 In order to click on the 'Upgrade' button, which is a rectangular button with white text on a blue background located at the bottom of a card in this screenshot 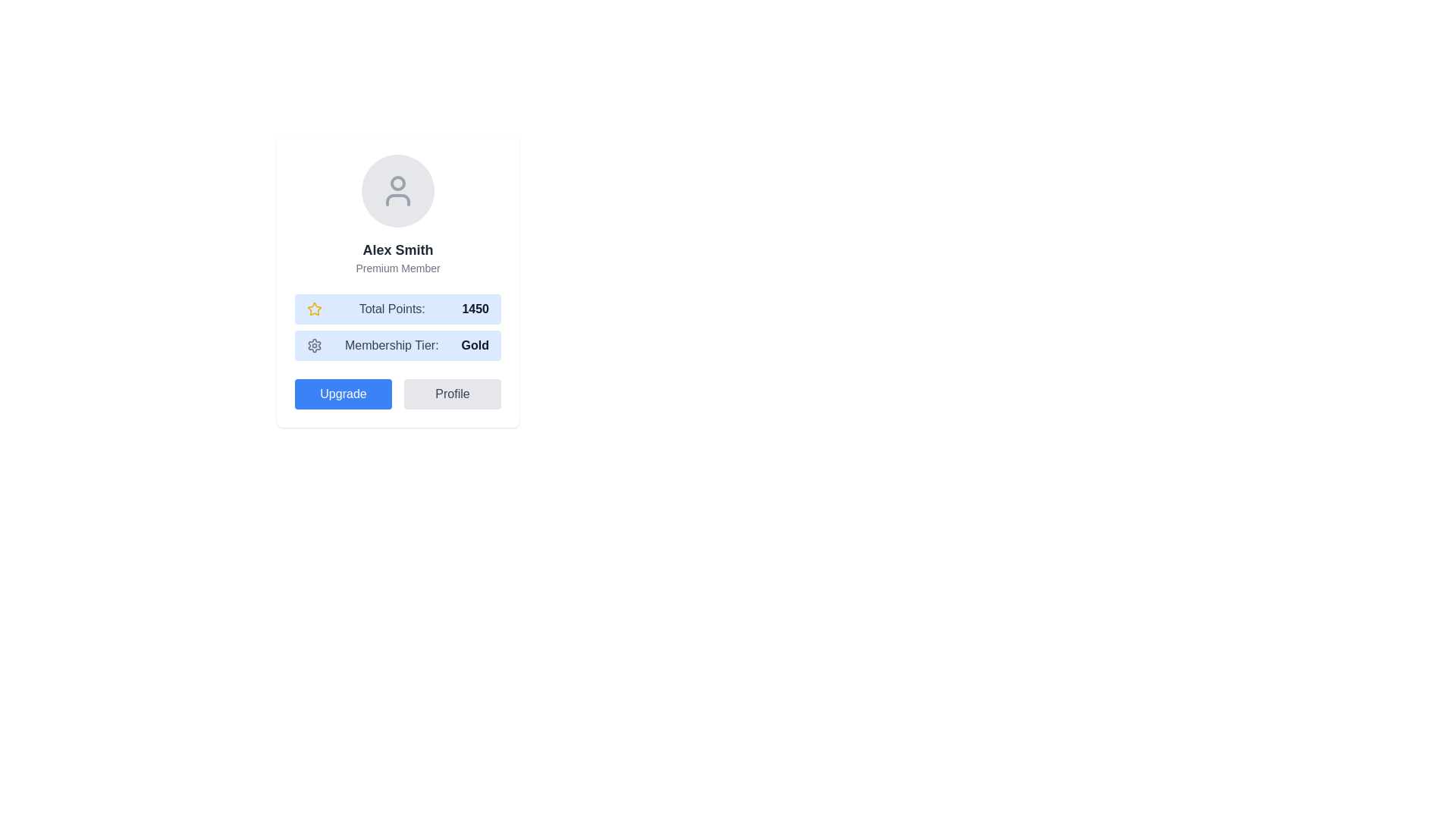, I will do `click(342, 394)`.